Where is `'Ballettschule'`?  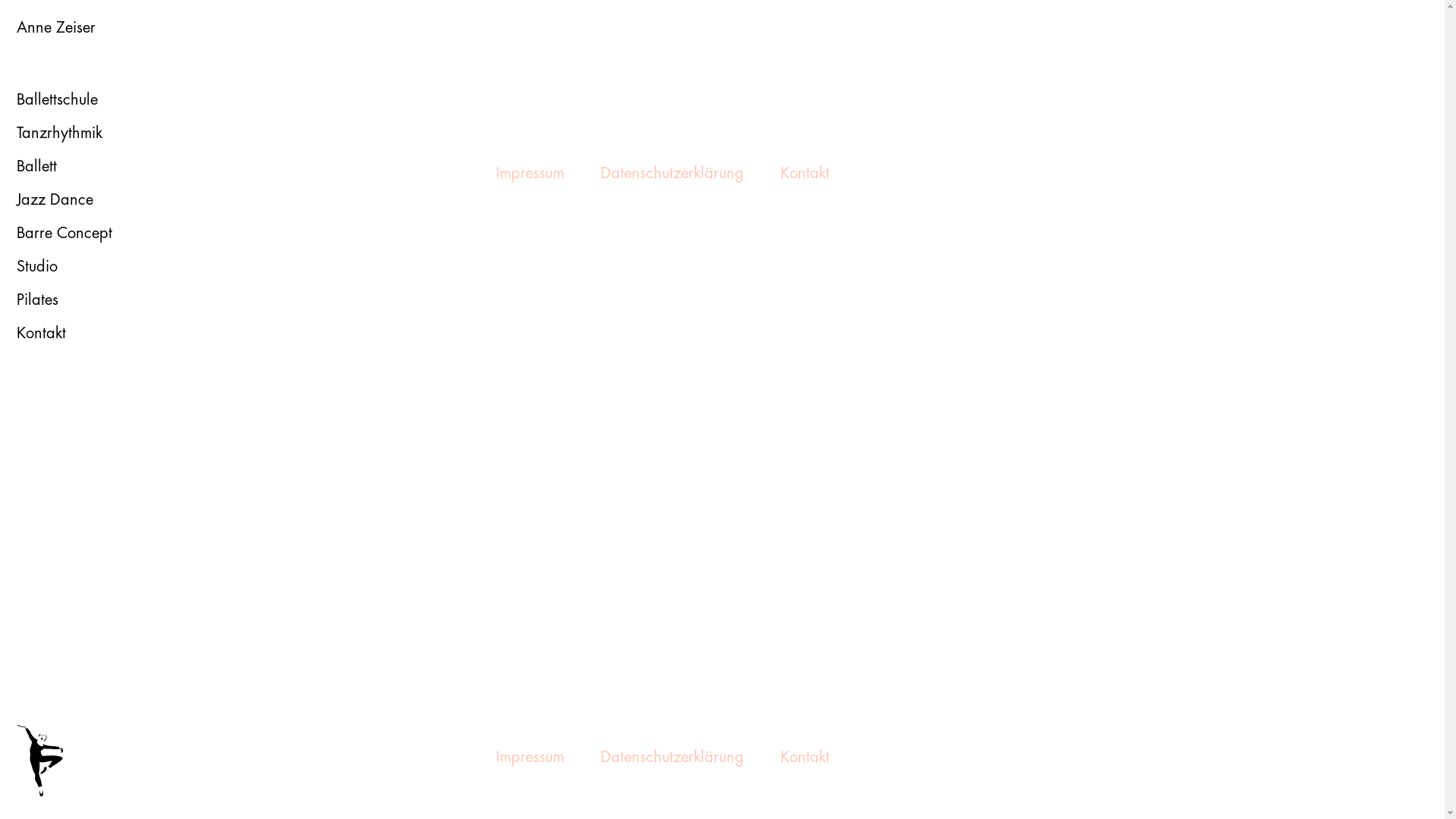
'Ballettschule' is located at coordinates (57, 99).